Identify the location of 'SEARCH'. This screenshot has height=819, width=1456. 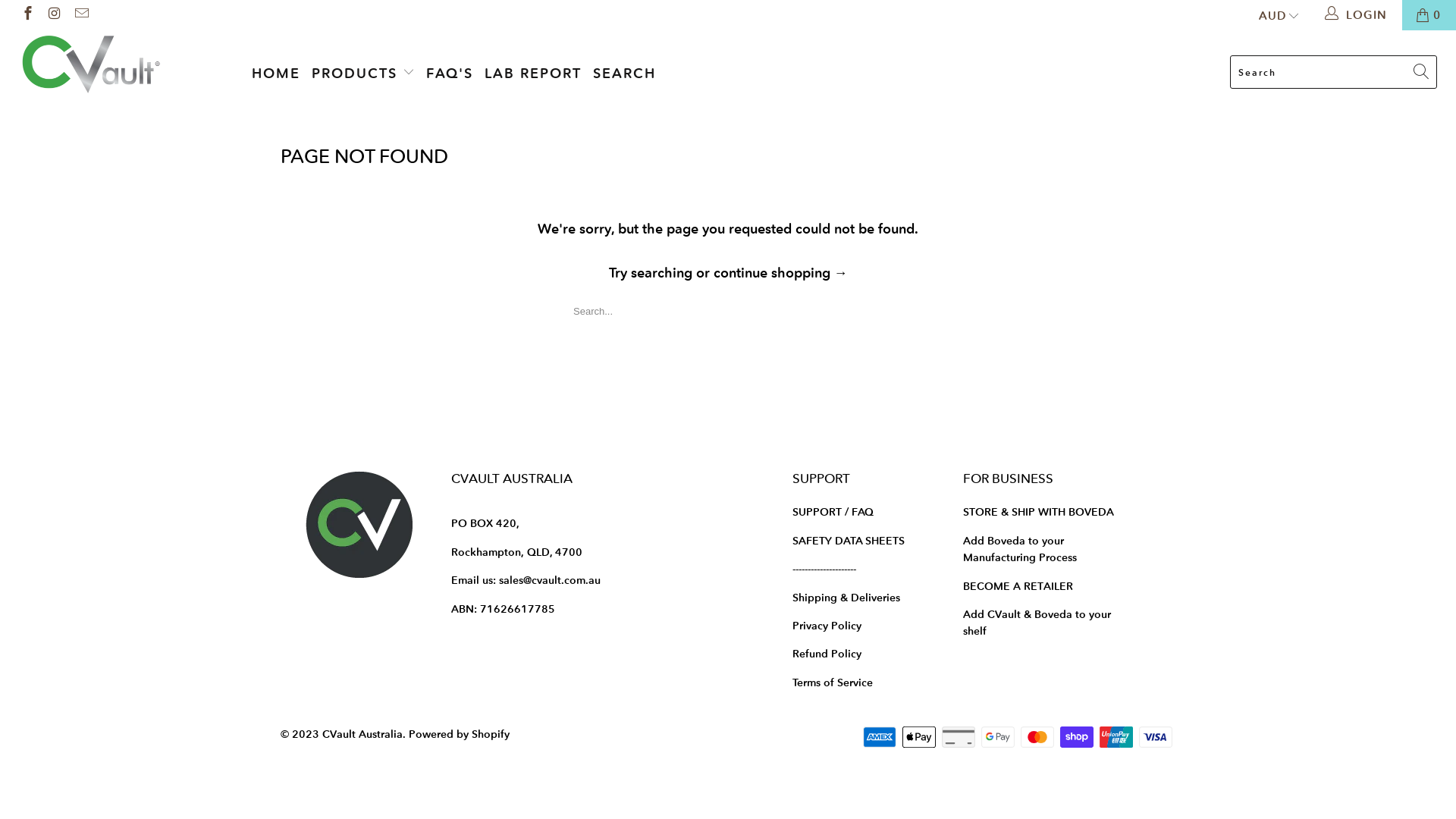
(624, 73).